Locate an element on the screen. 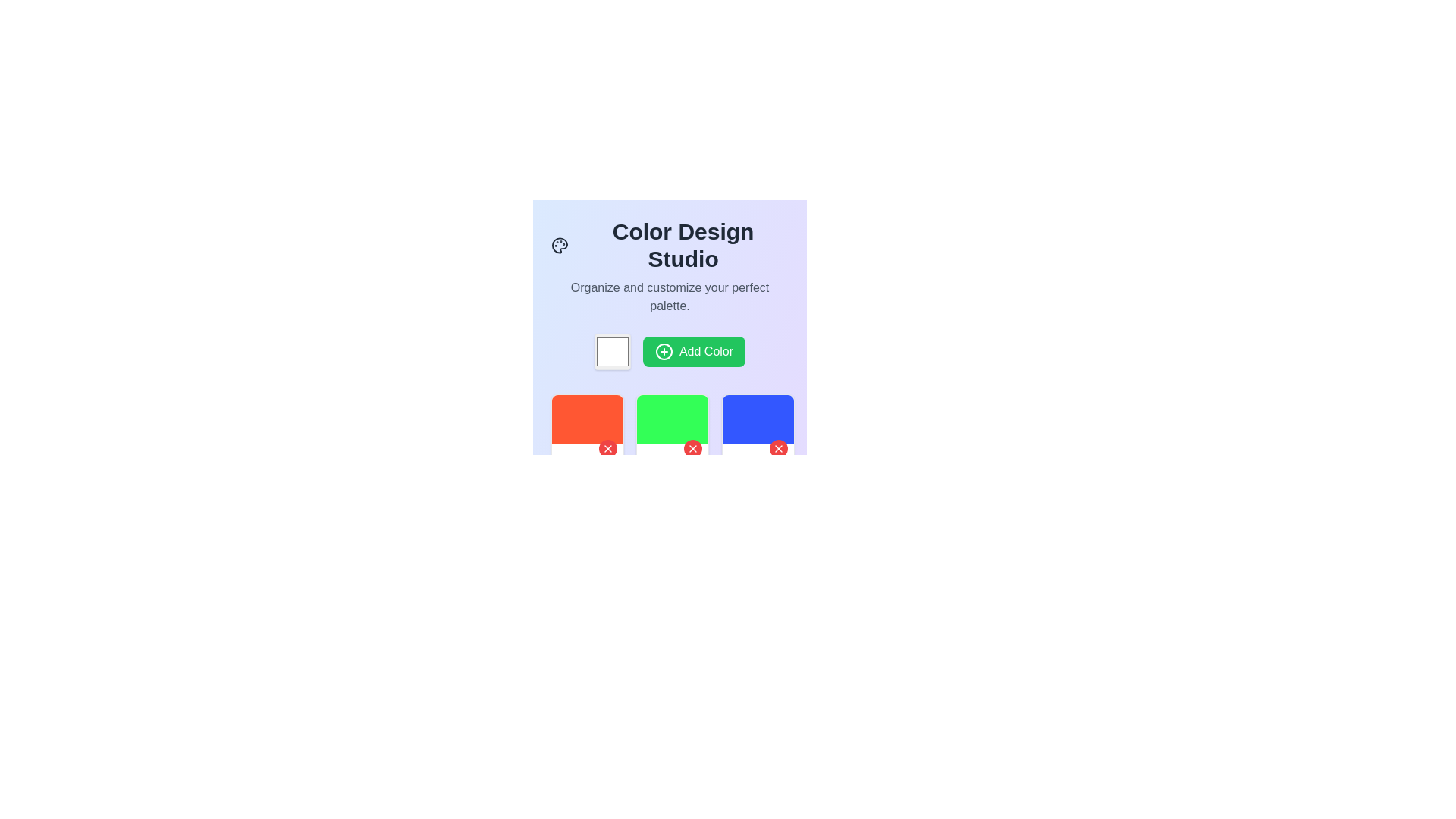  the button located in the 'Color Design Studio' section, positioned below the main header and above a row of colored tiles is located at coordinates (669, 351).